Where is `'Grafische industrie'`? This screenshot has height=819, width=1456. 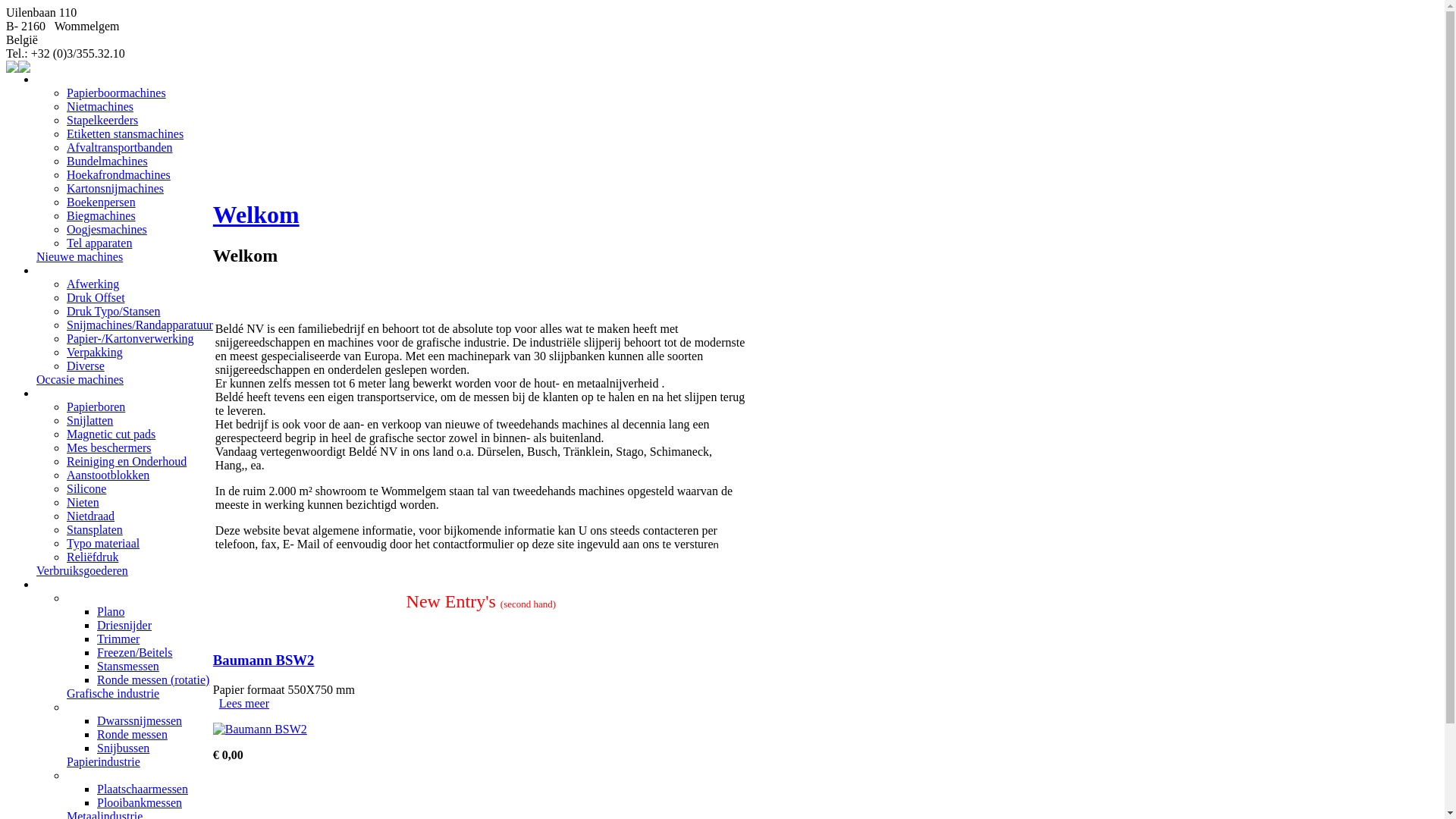
'Grafische industrie' is located at coordinates (65, 693).